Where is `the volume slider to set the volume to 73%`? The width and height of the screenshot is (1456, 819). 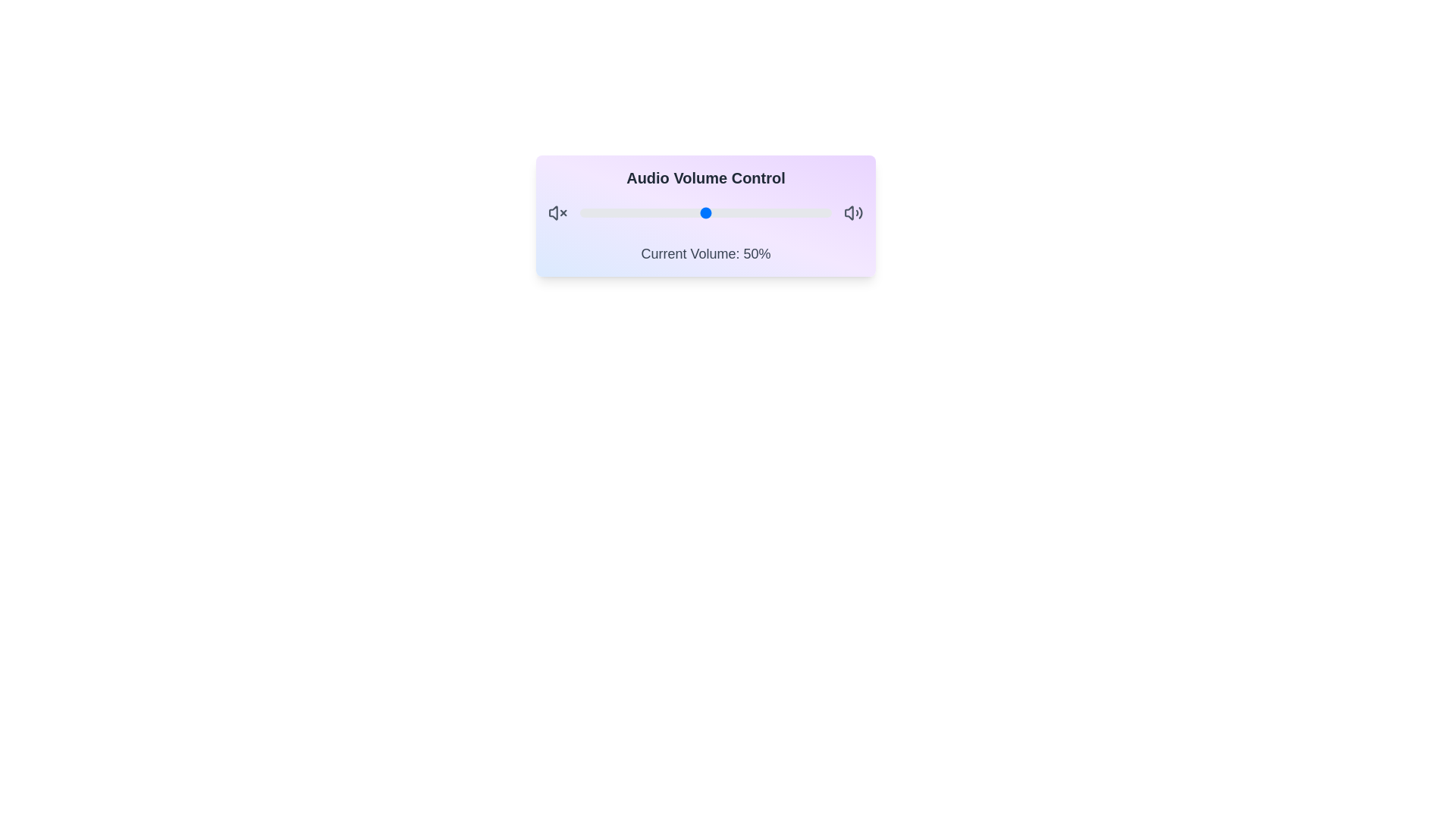 the volume slider to set the volume to 73% is located at coordinates (764, 213).